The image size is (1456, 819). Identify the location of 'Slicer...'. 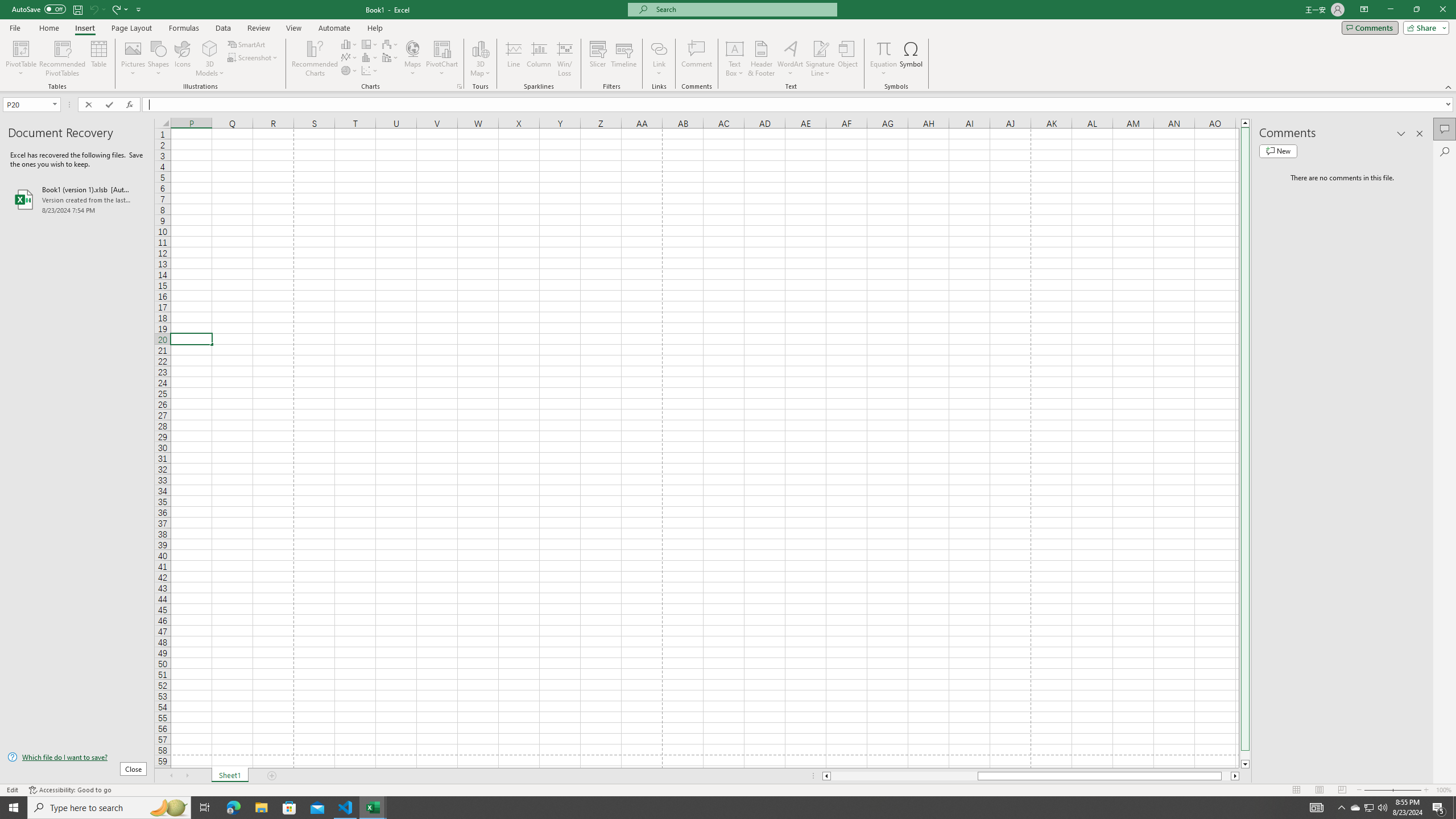
(597, 59).